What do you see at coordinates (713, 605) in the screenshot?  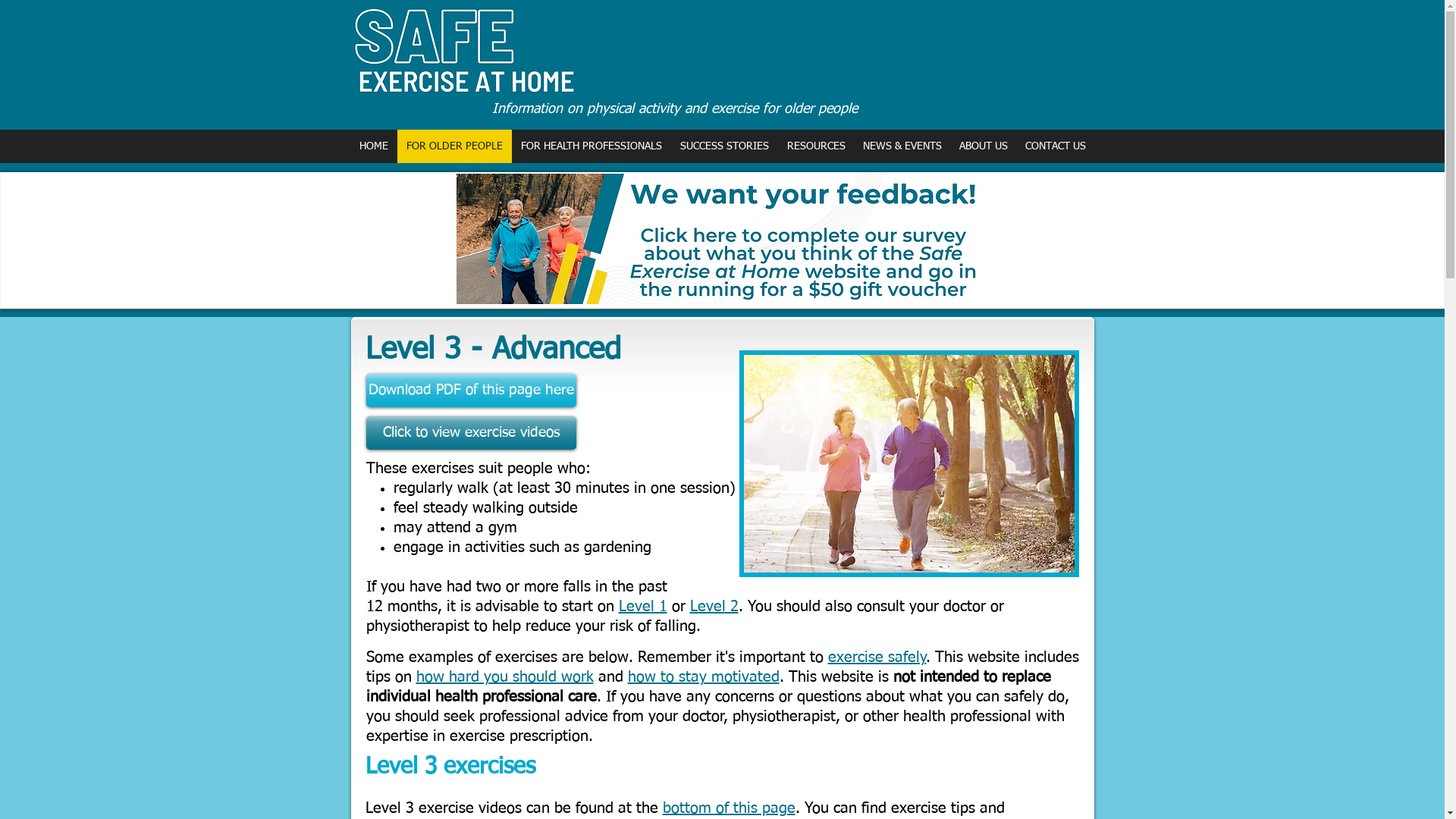 I see `'Level 2'` at bounding box center [713, 605].